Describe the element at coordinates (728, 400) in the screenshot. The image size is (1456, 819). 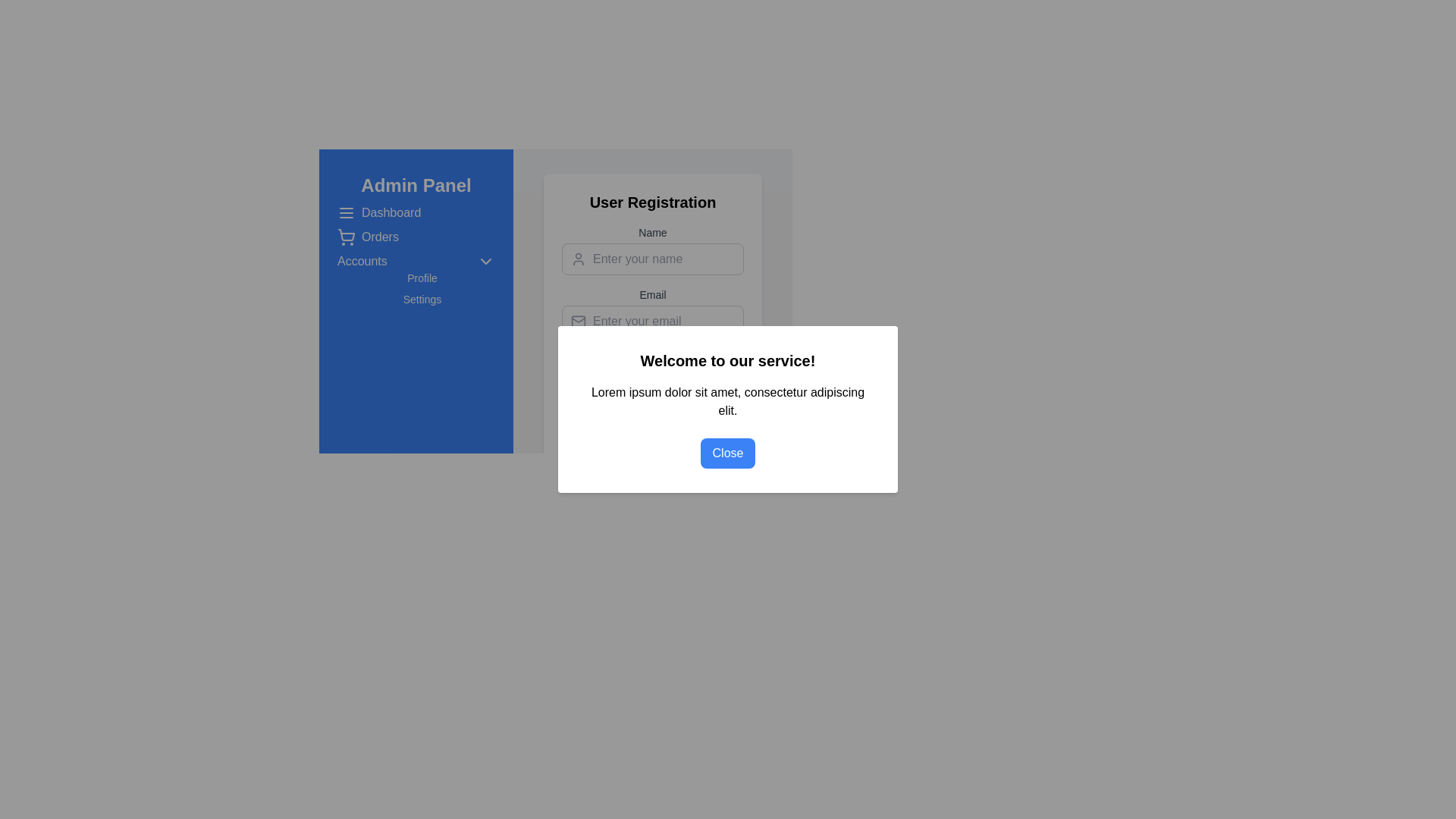
I see `the static informational text element that provides additional descriptive content in the modal dialog box, located between the title 'Welcome to our service!' and the 'Close' button` at that location.